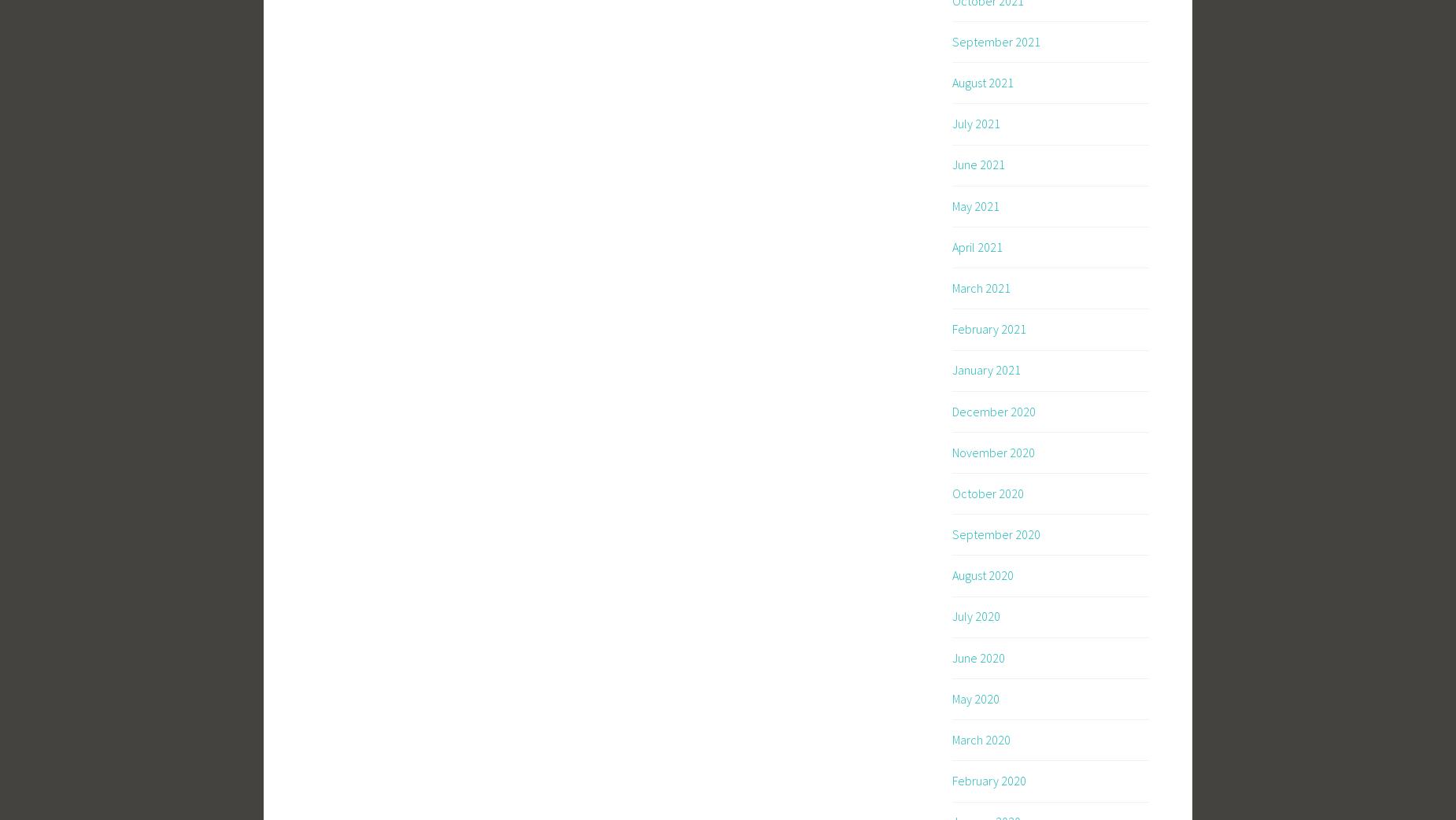 The width and height of the screenshot is (1456, 820). What do you see at coordinates (981, 83) in the screenshot?
I see `'August 2021'` at bounding box center [981, 83].